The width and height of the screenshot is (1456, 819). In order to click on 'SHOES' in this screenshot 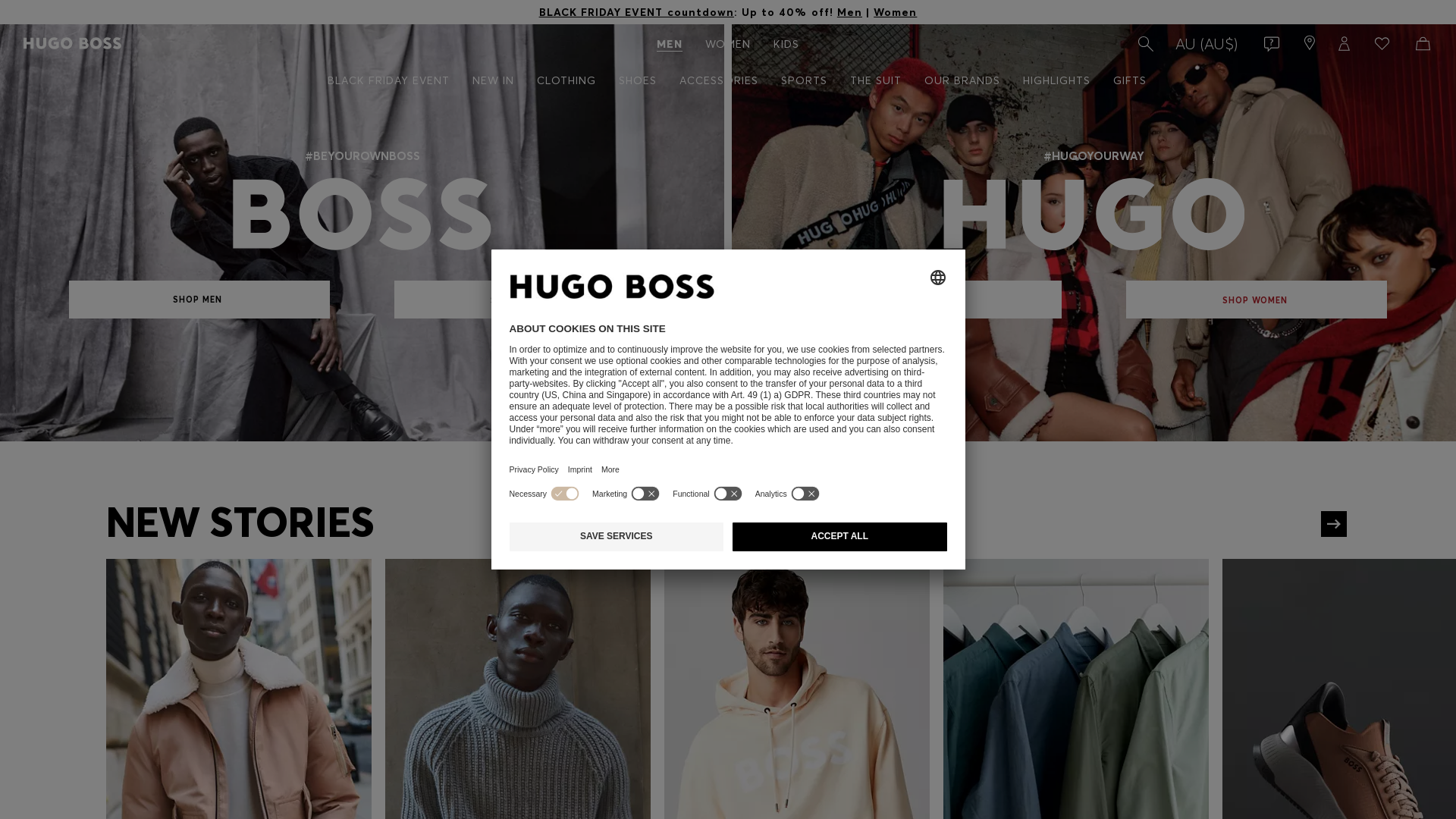, I will do `click(637, 80)`.